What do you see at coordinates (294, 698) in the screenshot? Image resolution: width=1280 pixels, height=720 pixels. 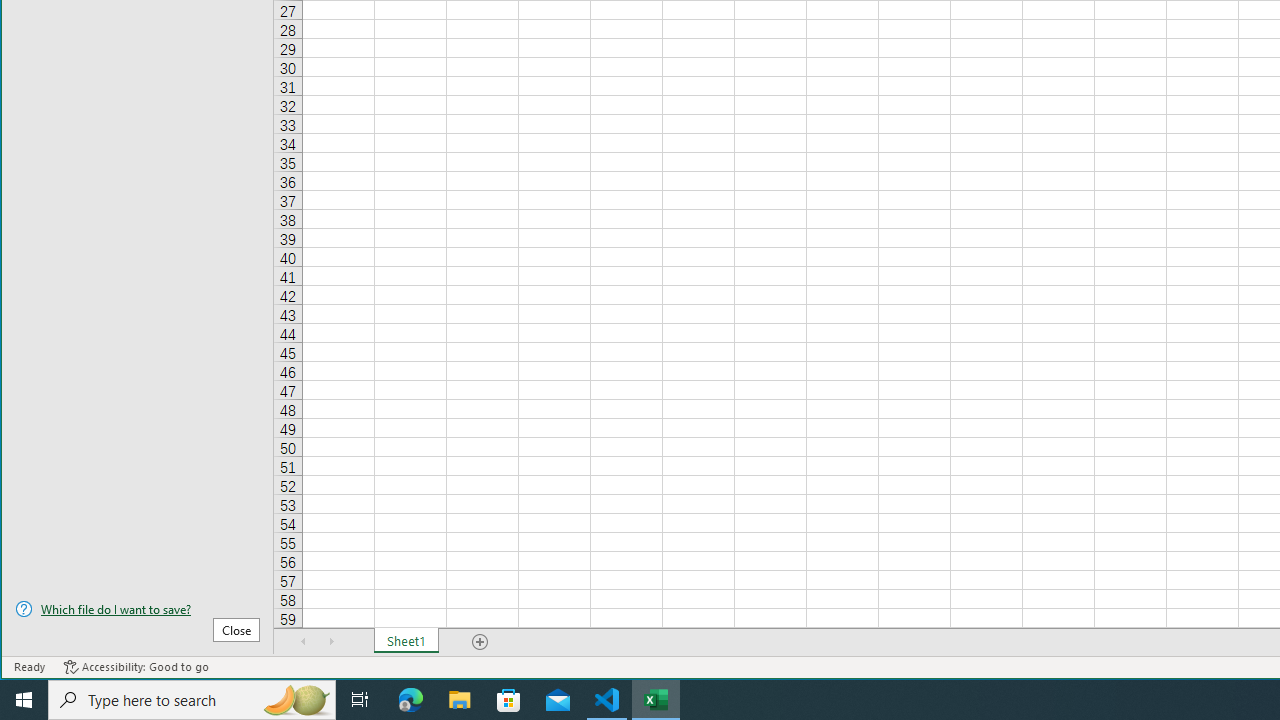 I see `'Search highlights icon opens search home window'` at bounding box center [294, 698].